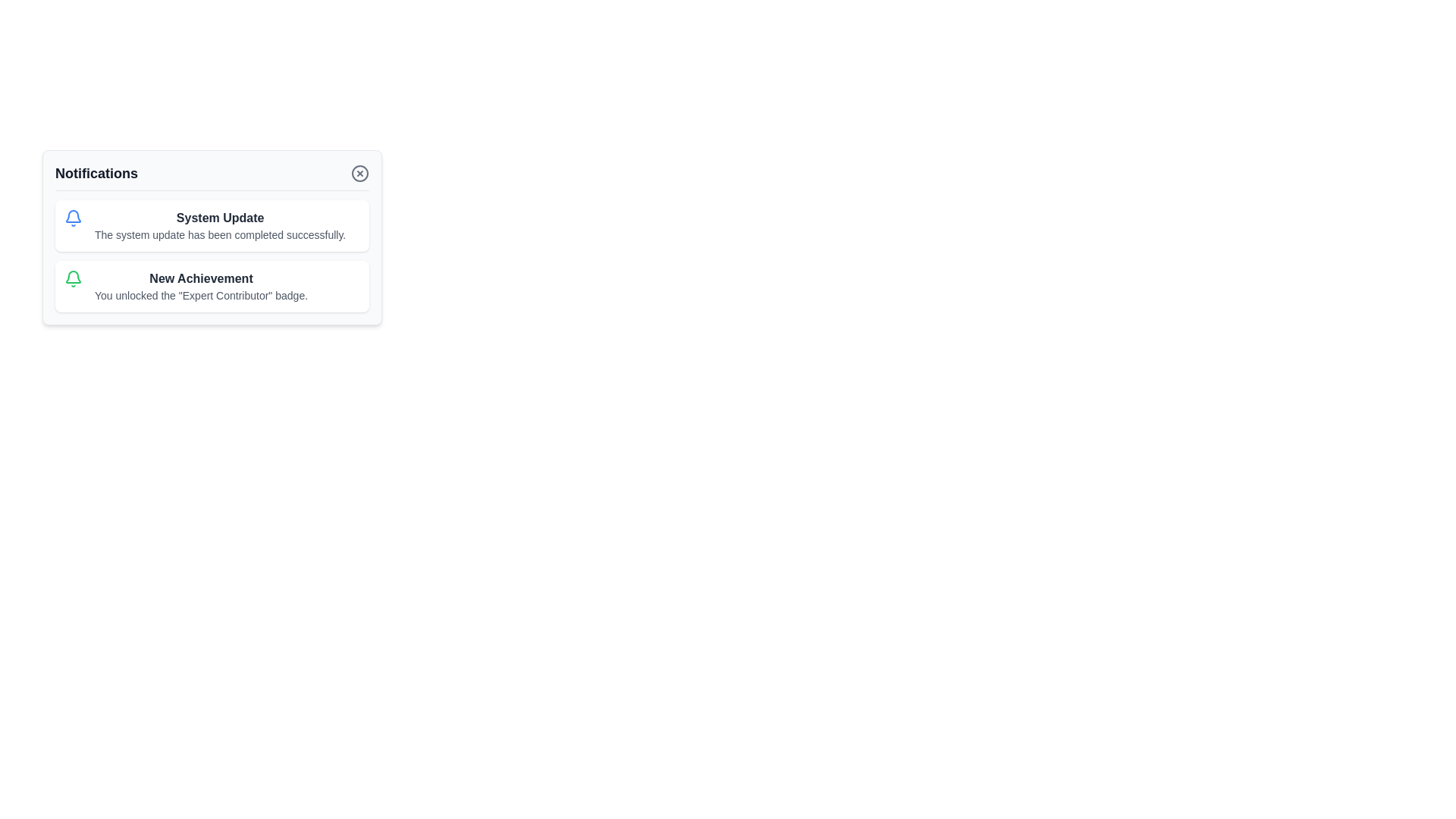  Describe the element at coordinates (200, 295) in the screenshot. I see `the text element displaying 'You unlocked the "Expert Contributor" badge.' which is located below the heading 'New Achievement' in the second notification card` at that location.